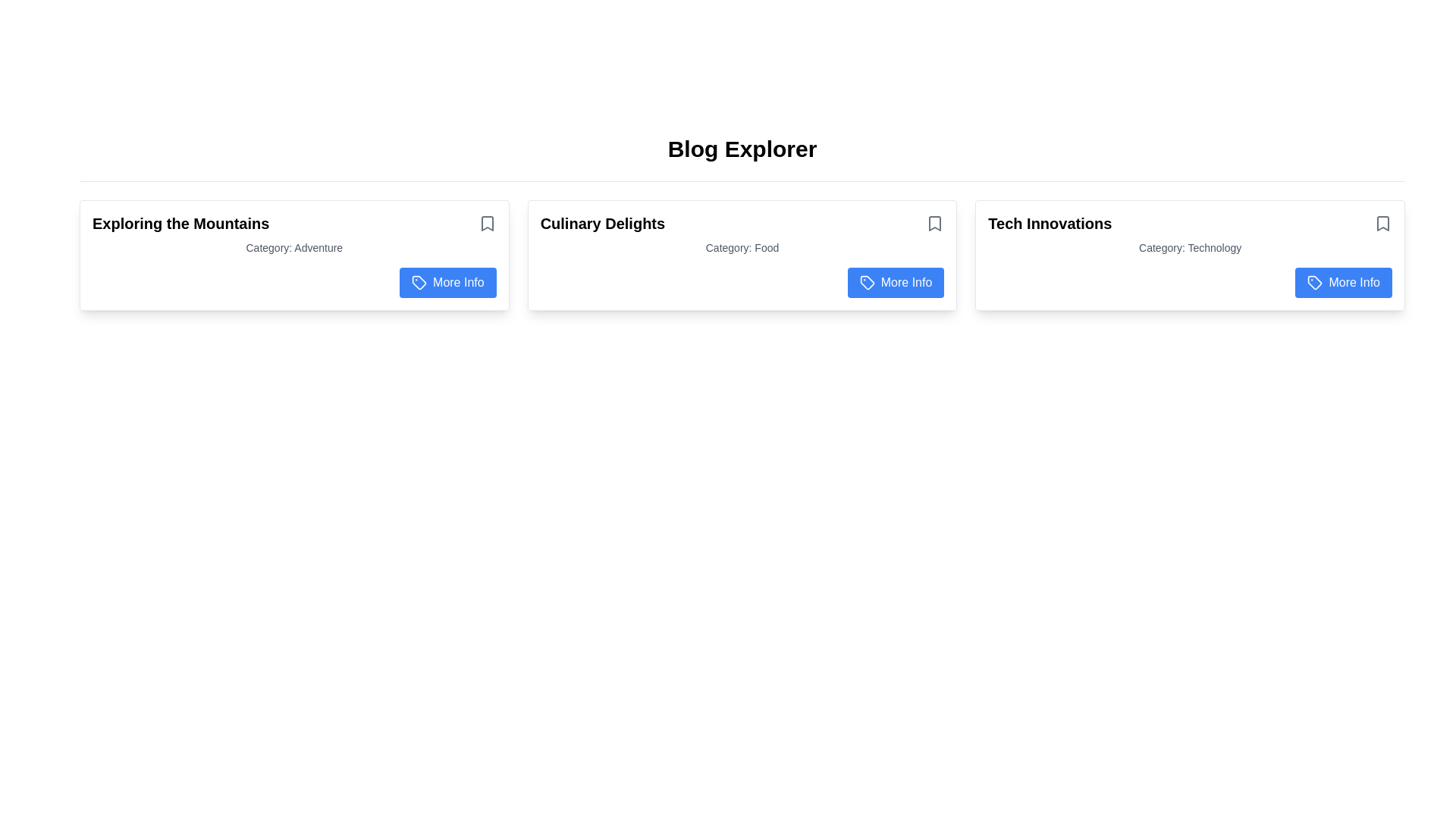 Image resolution: width=1456 pixels, height=819 pixels. I want to click on text label displaying 'Category: Adventure' located below the title 'Exploring the Mountains' in the card interface, so click(294, 247).